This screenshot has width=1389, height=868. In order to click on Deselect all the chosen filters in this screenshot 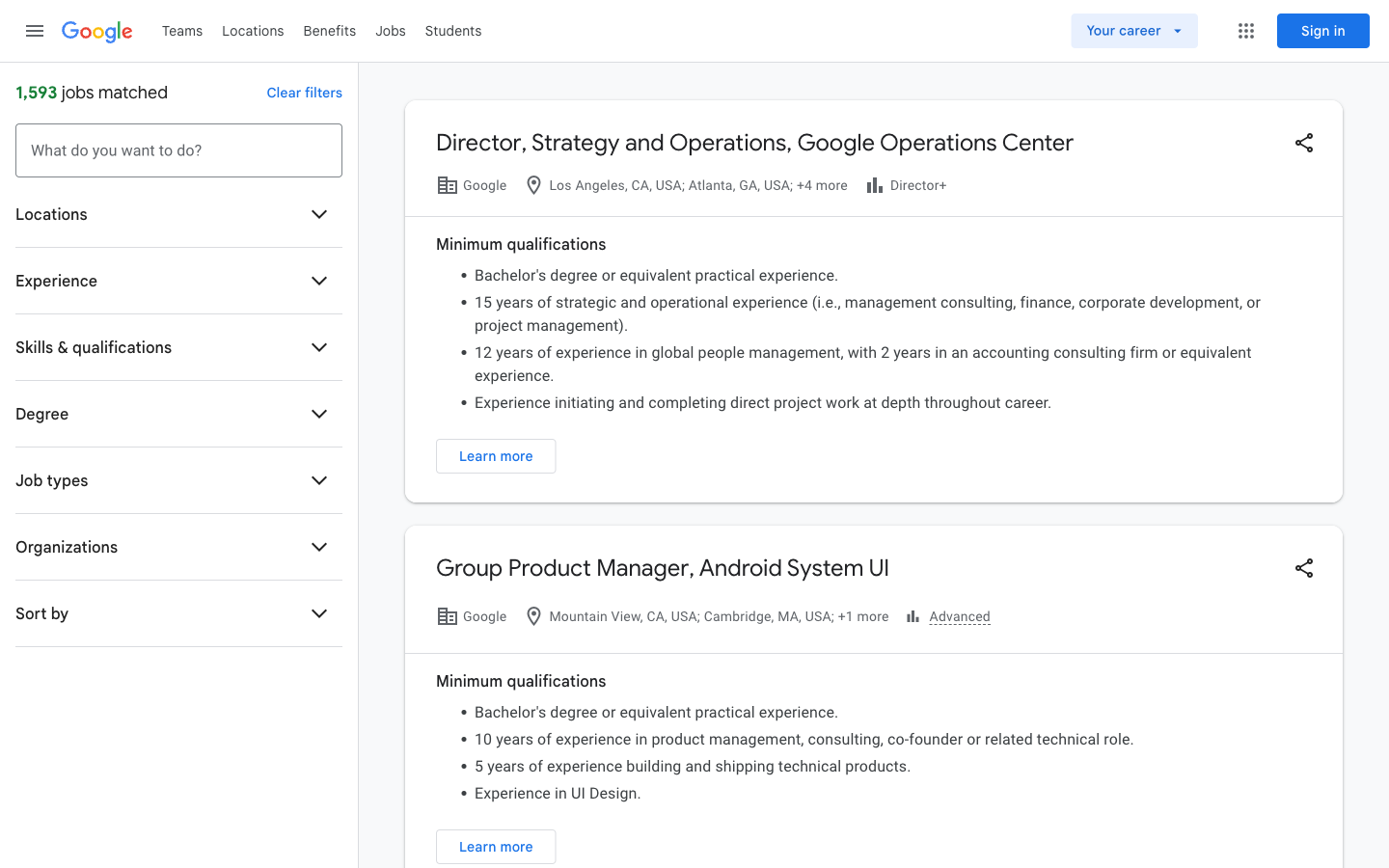, I will do `click(304, 92)`.